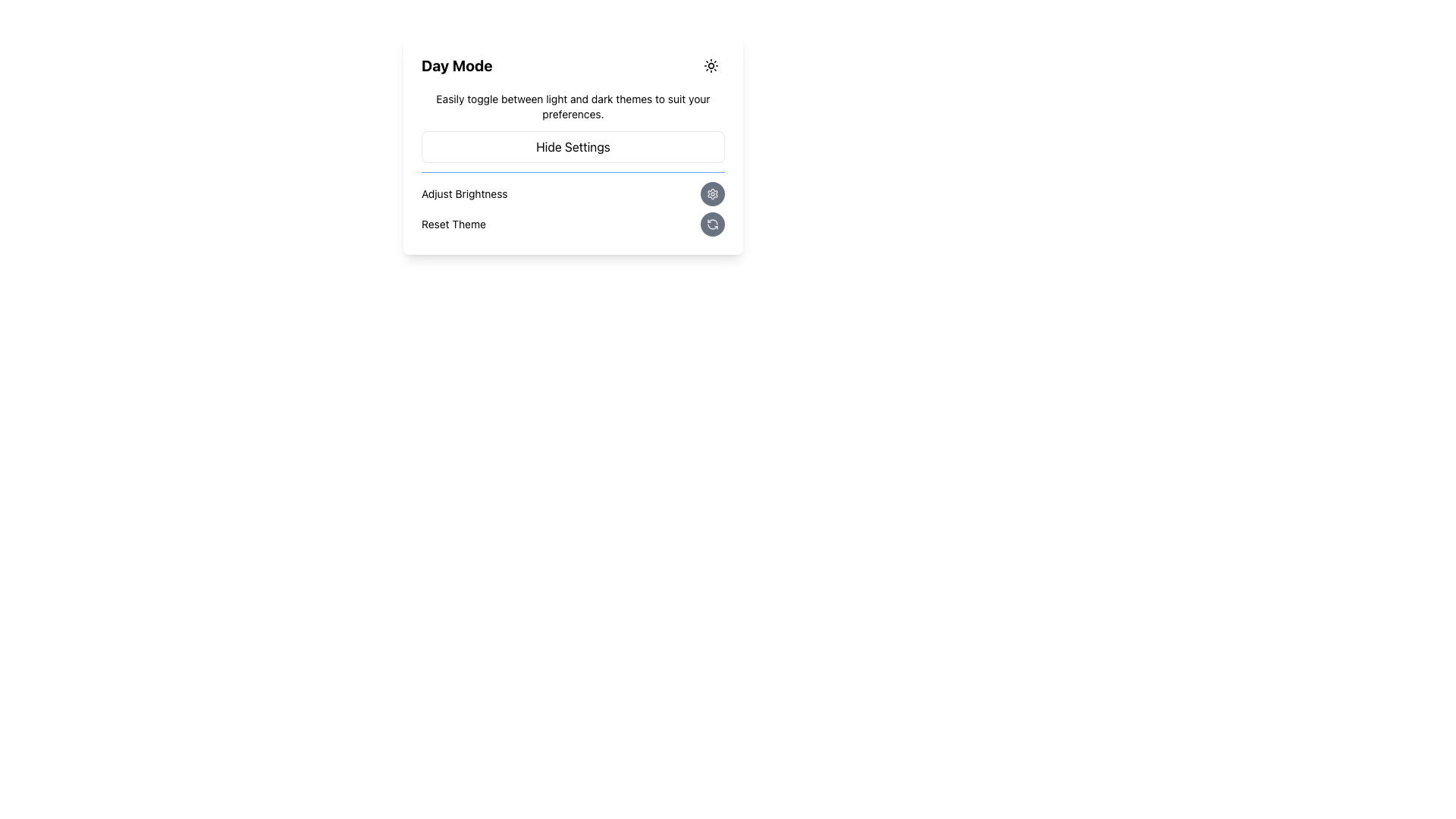 The width and height of the screenshot is (1456, 819). What do you see at coordinates (453, 224) in the screenshot?
I see `the non-interactive Text Label located on the far-left of the 'Adjust Brightness' section, which conveys information about resetting the theme` at bounding box center [453, 224].